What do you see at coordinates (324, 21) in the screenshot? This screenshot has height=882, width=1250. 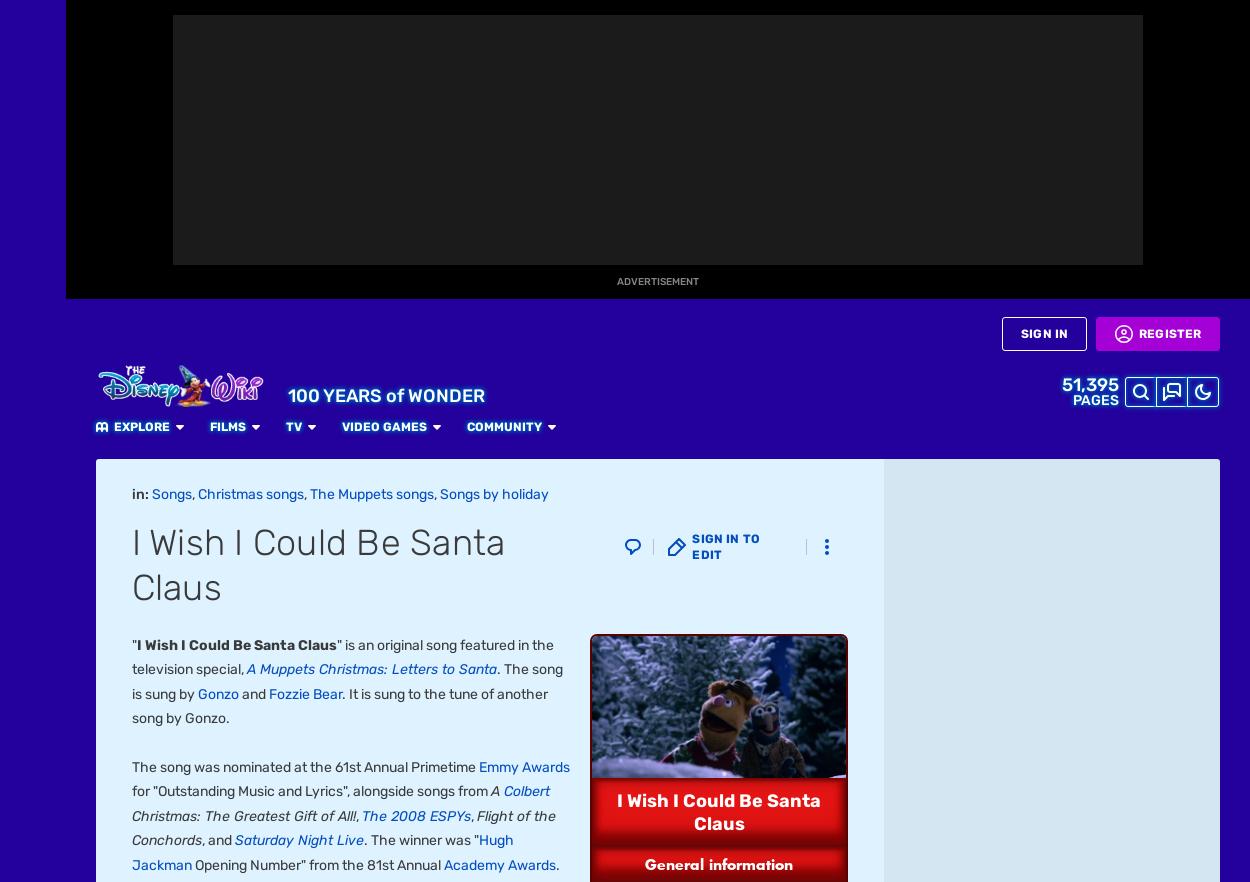 I see `'Explore'` at bounding box center [324, 21].